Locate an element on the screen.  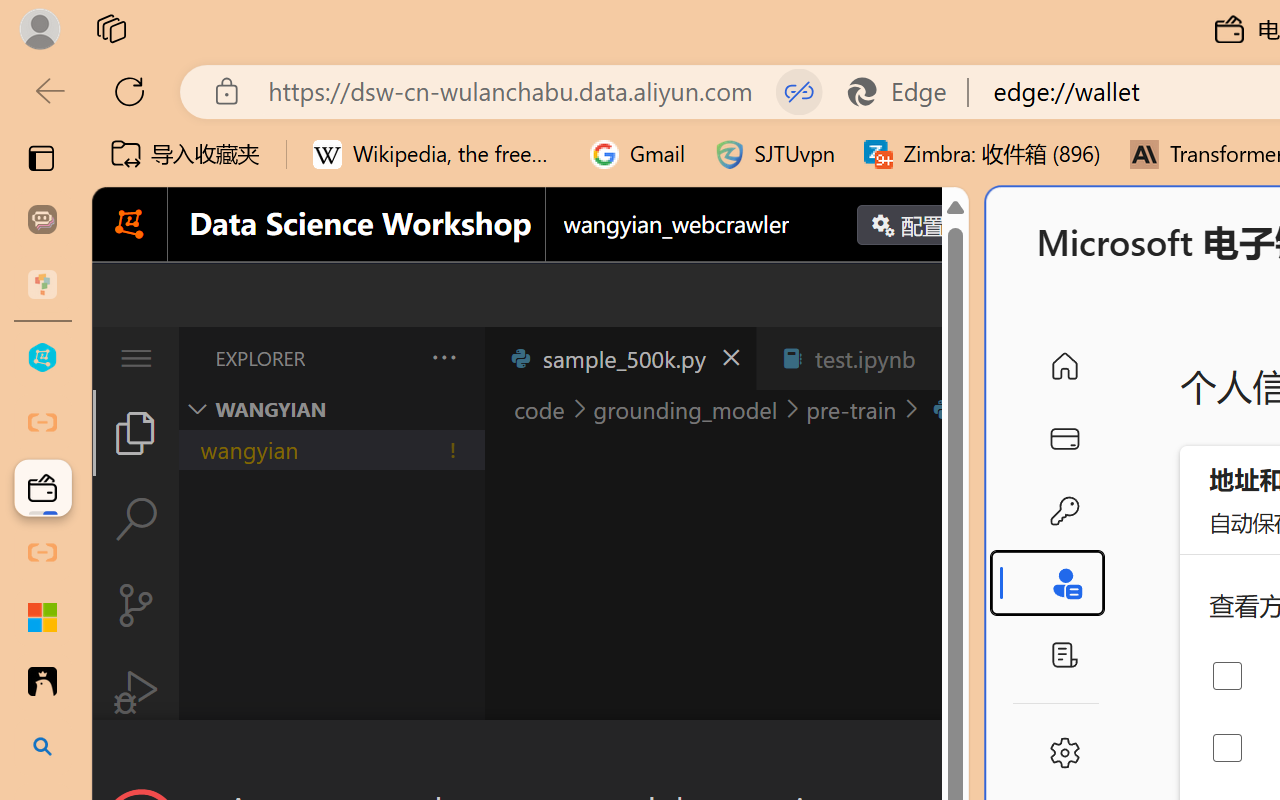
'Class: menubar compact overflow-menu-only' is located at coordinates (134, 358).